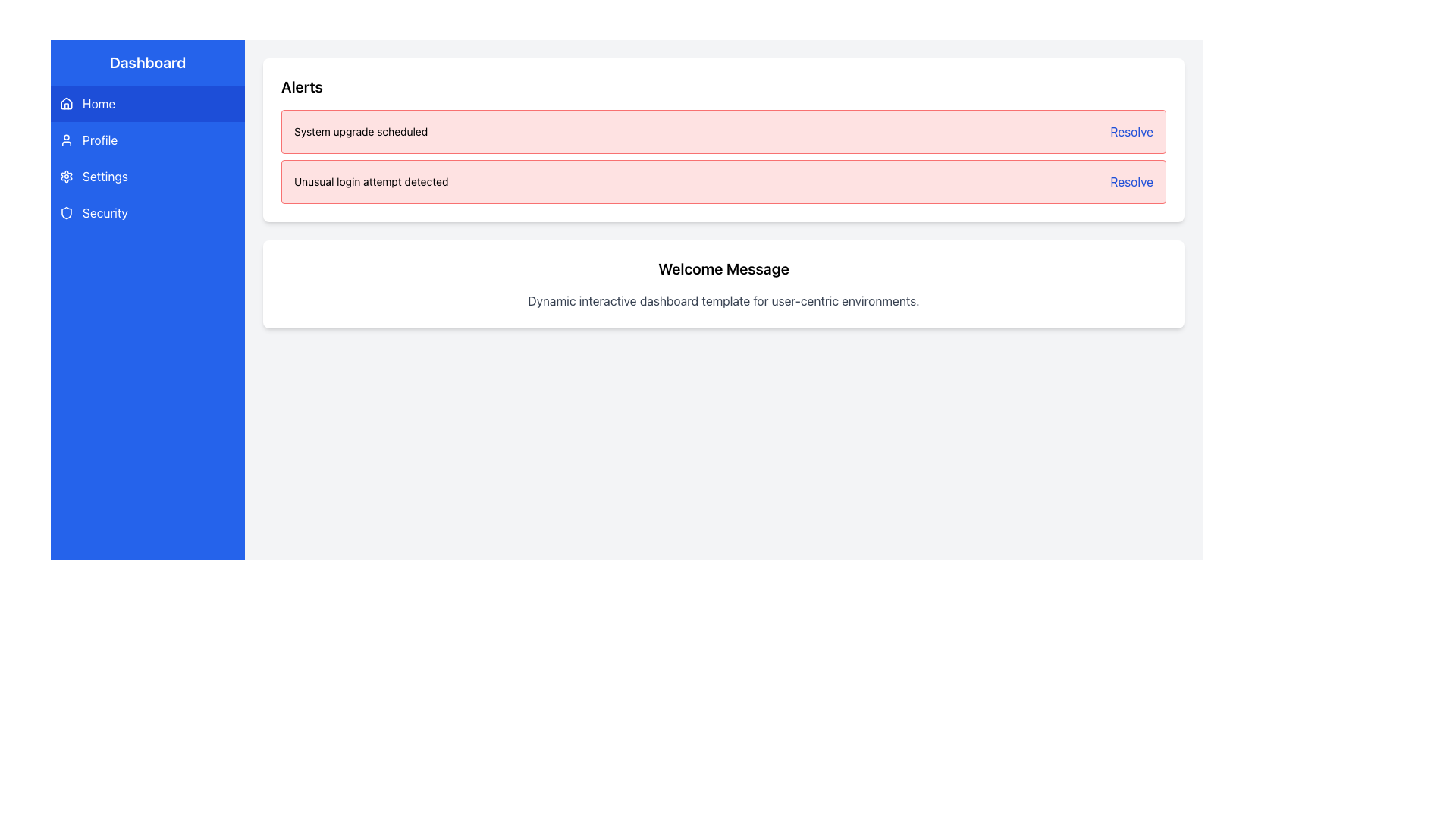 The image size is (1456, 819). Describe the element at coordinates (723, 301) in the screenshot. I see `the static text label that provides additional information about the dashboard's purpose, located directly underneath the 'Welcome Message' heading` at that location.